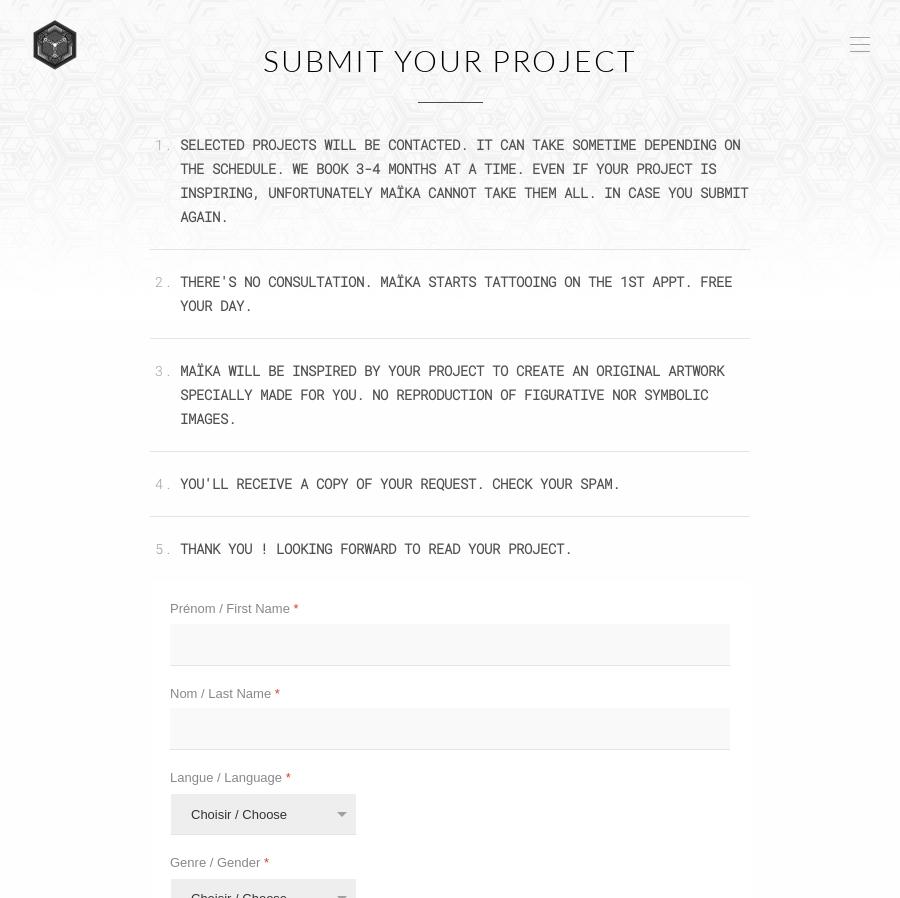  What do you see at coordinates (170, 777) in the screenshot?
I see `'Langue / Language'` at bounding box center [170, 777].